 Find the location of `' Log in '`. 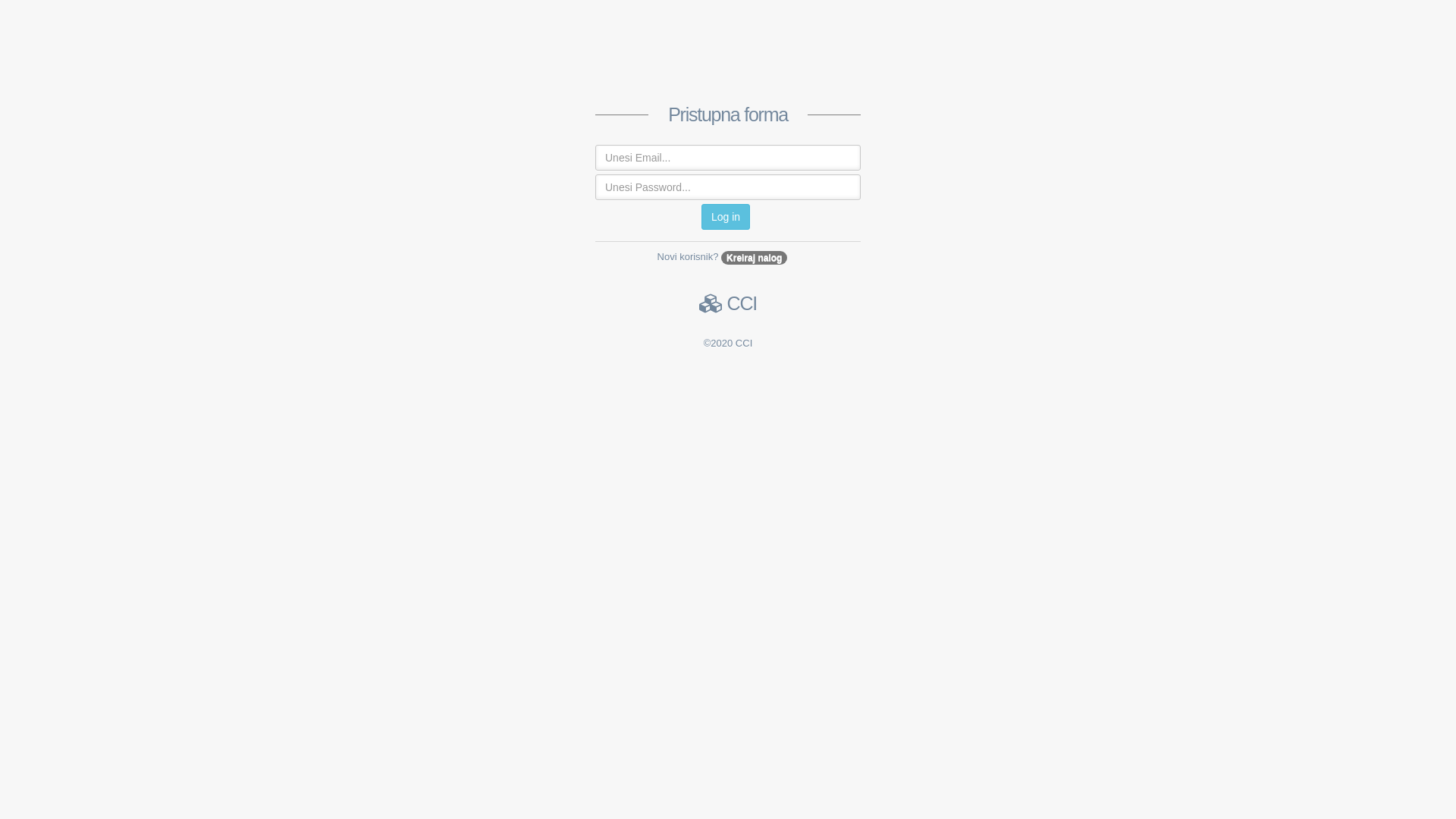

' Log in ' is located at coordinates (724, 216).